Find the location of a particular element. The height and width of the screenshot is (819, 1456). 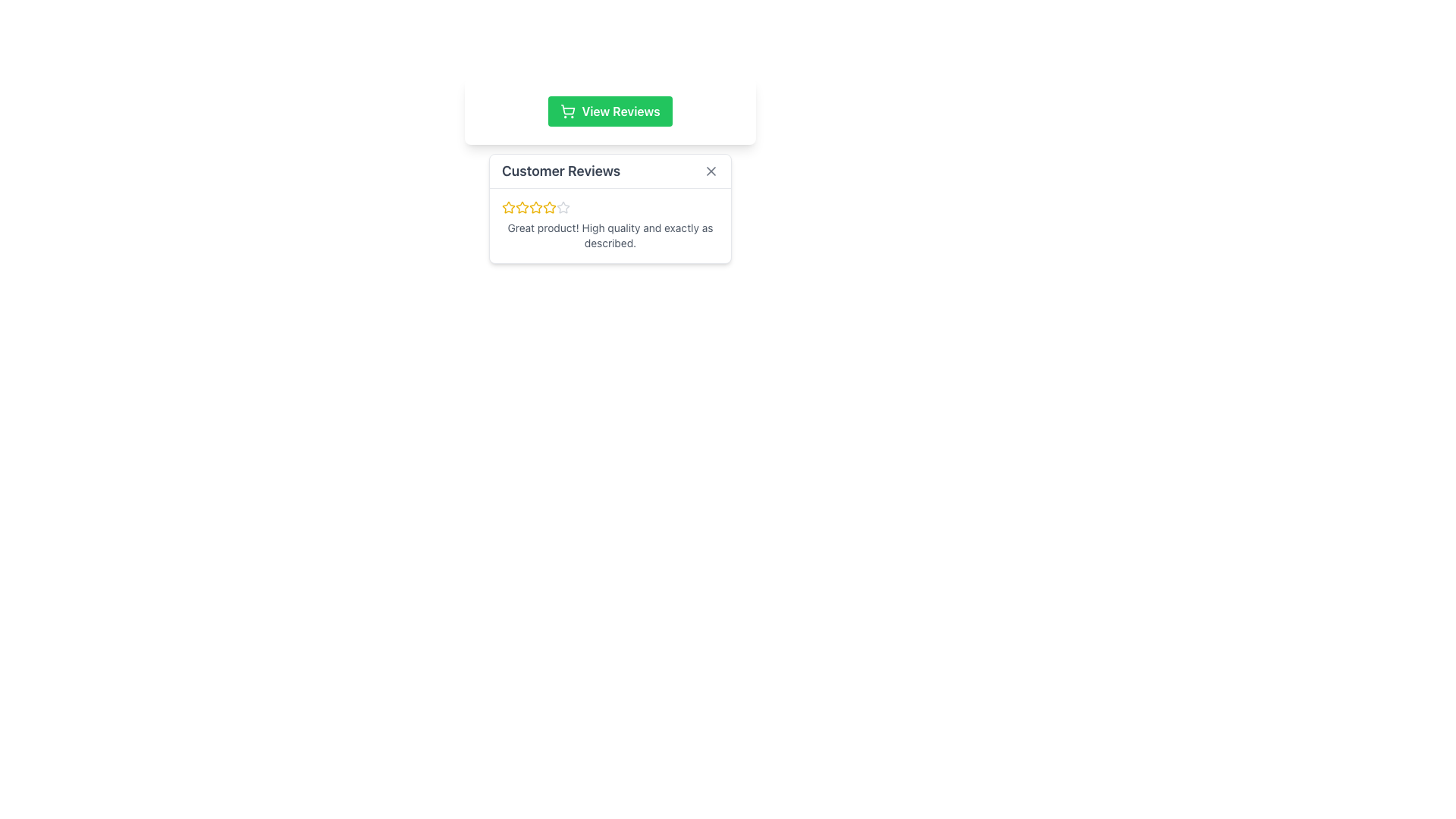

the third rating star icon in the Customer Reviews section is located at coordinates (548, 207).